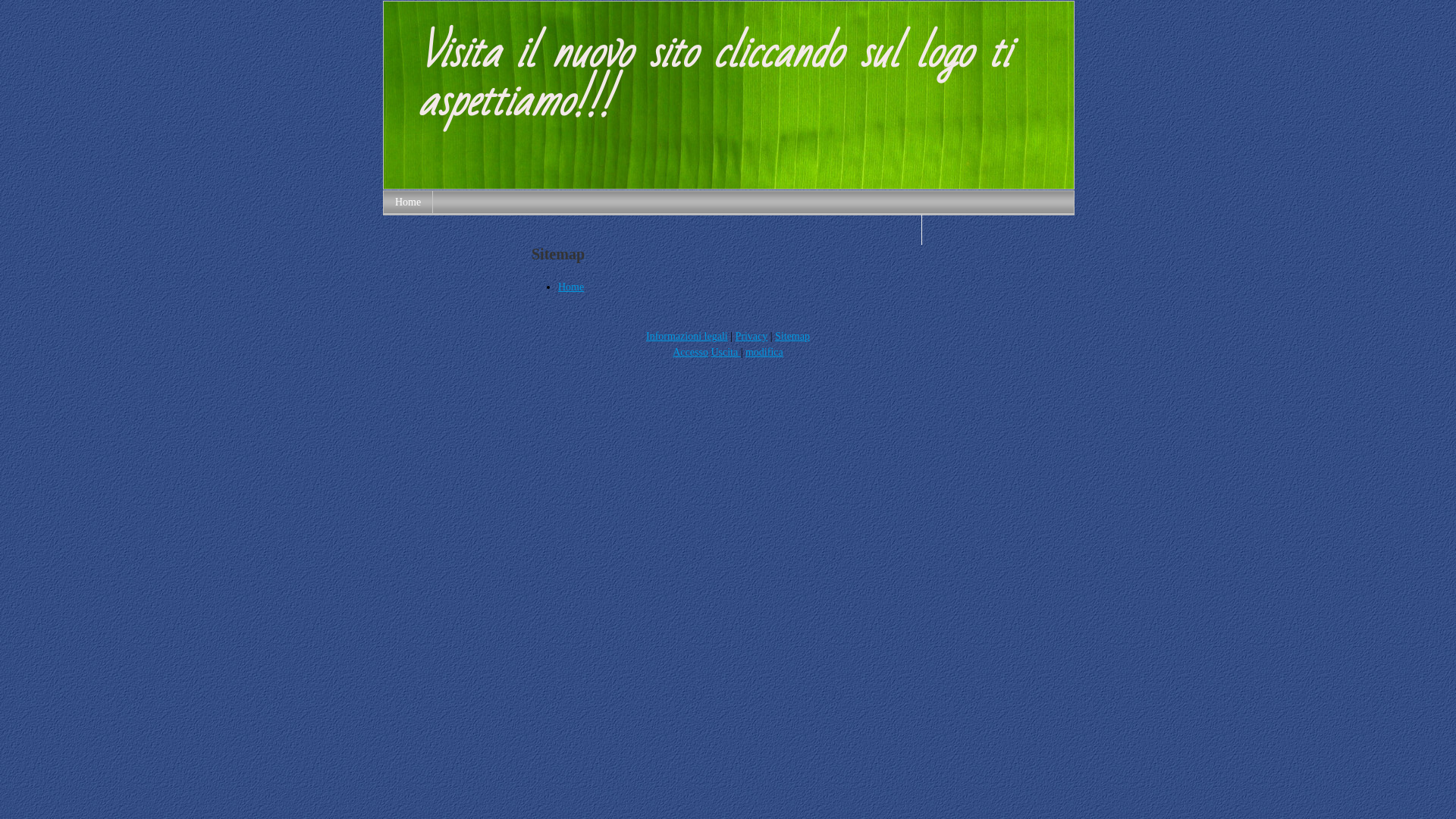  Describe the element at coordinates (557, 287) in the screenshot. I see `'Home'` at that location.